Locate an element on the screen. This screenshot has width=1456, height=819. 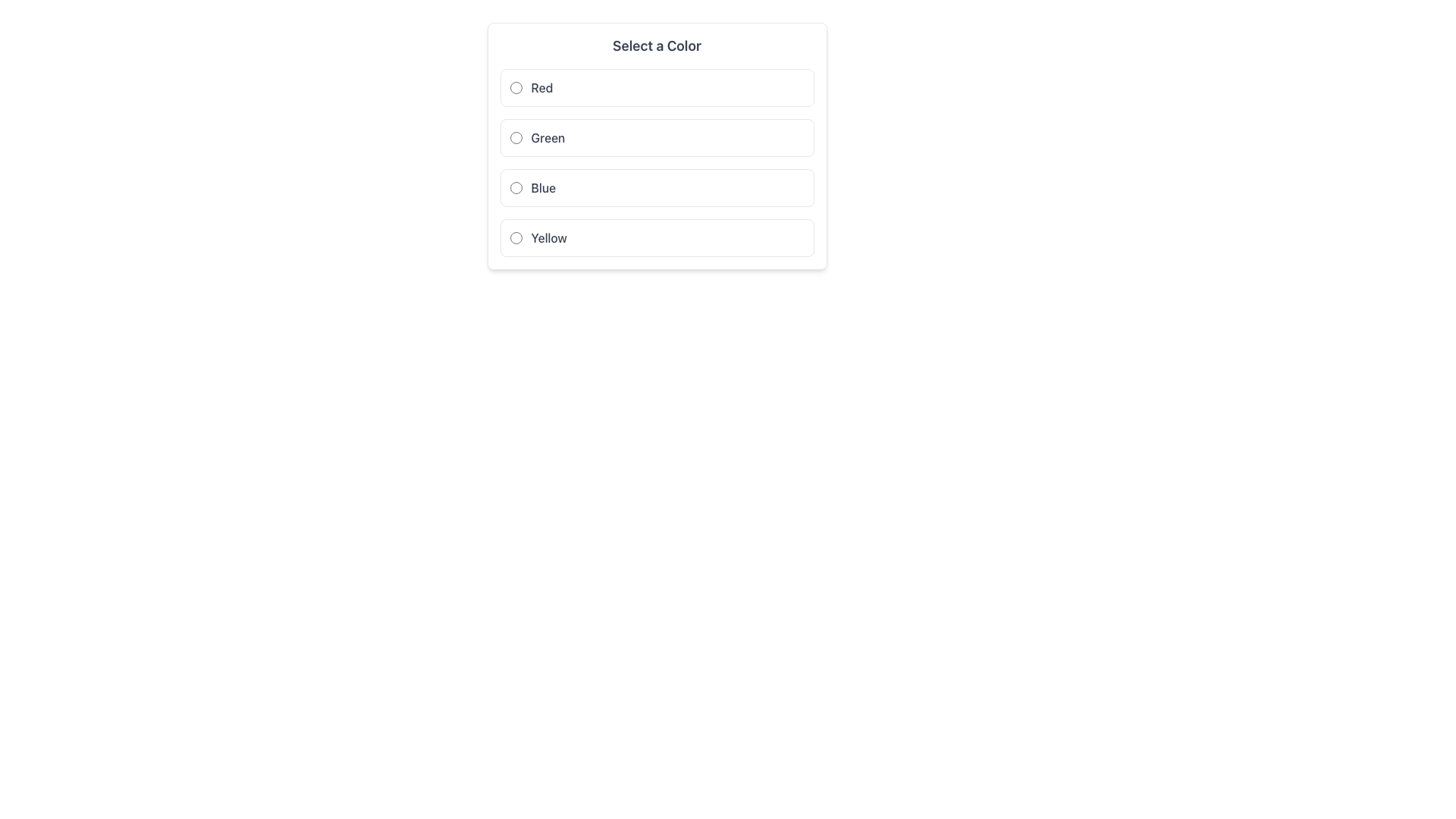
the blue circular radio button next to the 'Blue' label is located at coordinates (516, 187).